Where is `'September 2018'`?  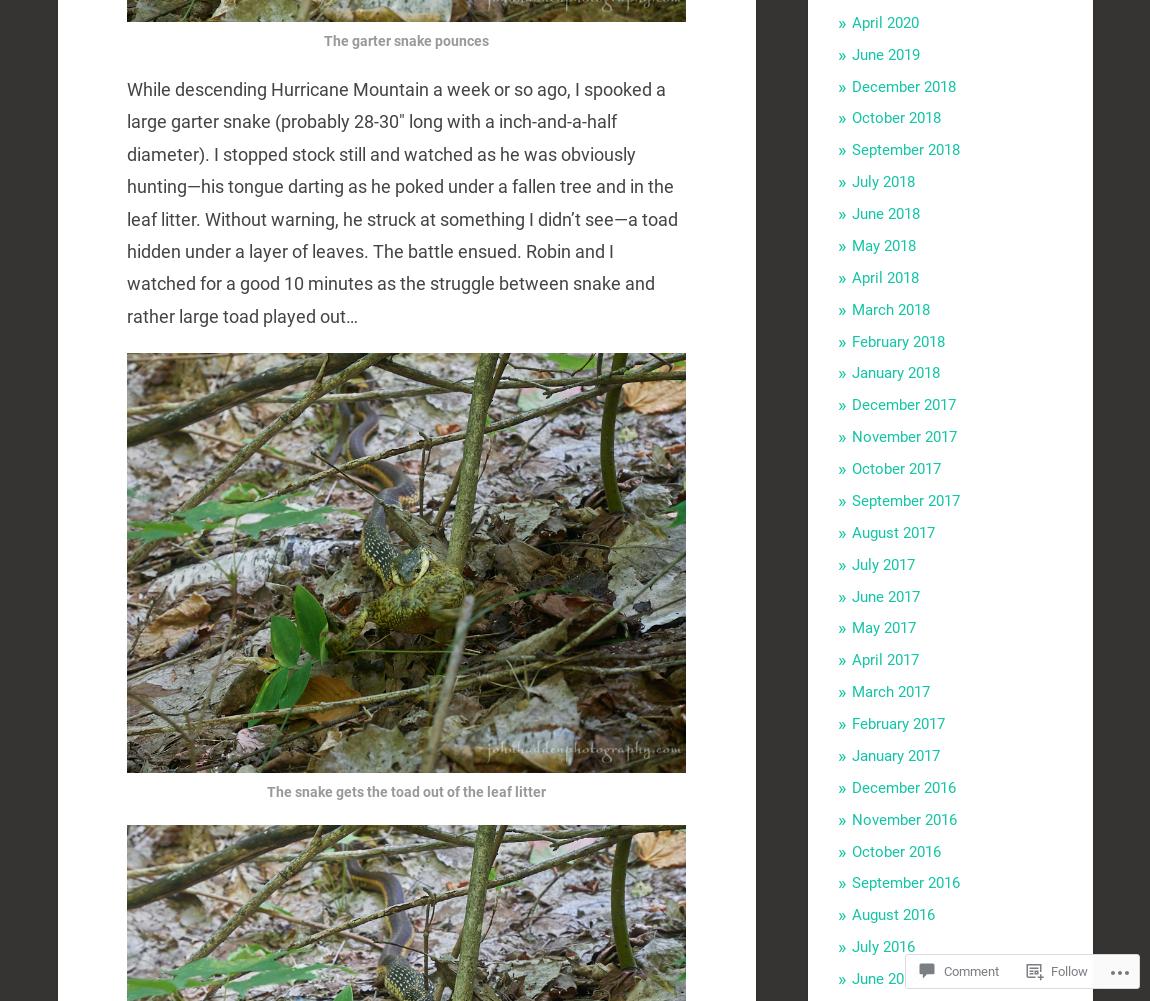
'September 2018' is located at coordinates (905, 150).